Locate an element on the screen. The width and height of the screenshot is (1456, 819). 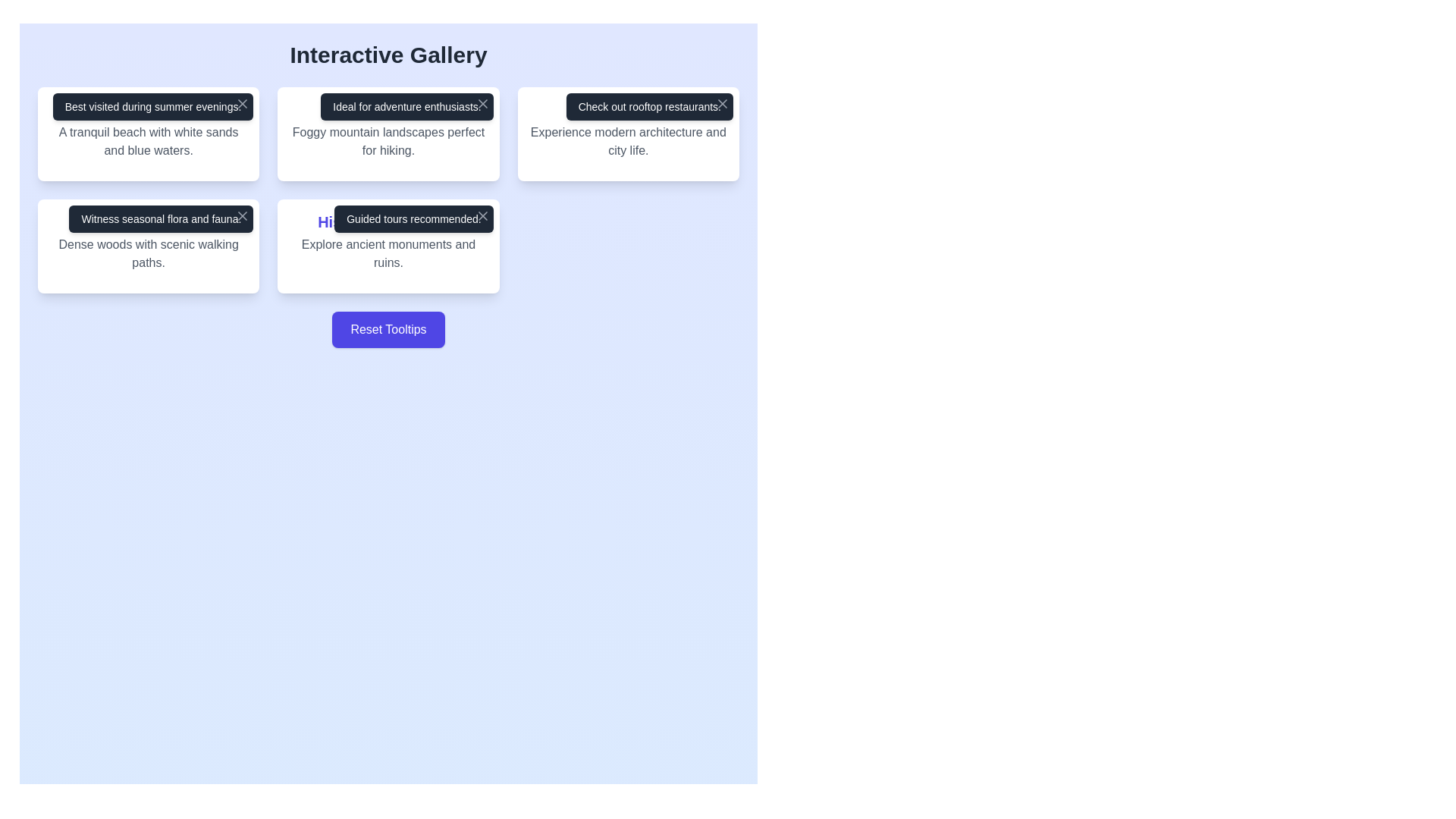
text content of the descriptive subtitle labeled 'A tranquil beach with white sands and blue waters.' located below the title 'Serenity Beach' within the card is located at coordinates (149, 141).